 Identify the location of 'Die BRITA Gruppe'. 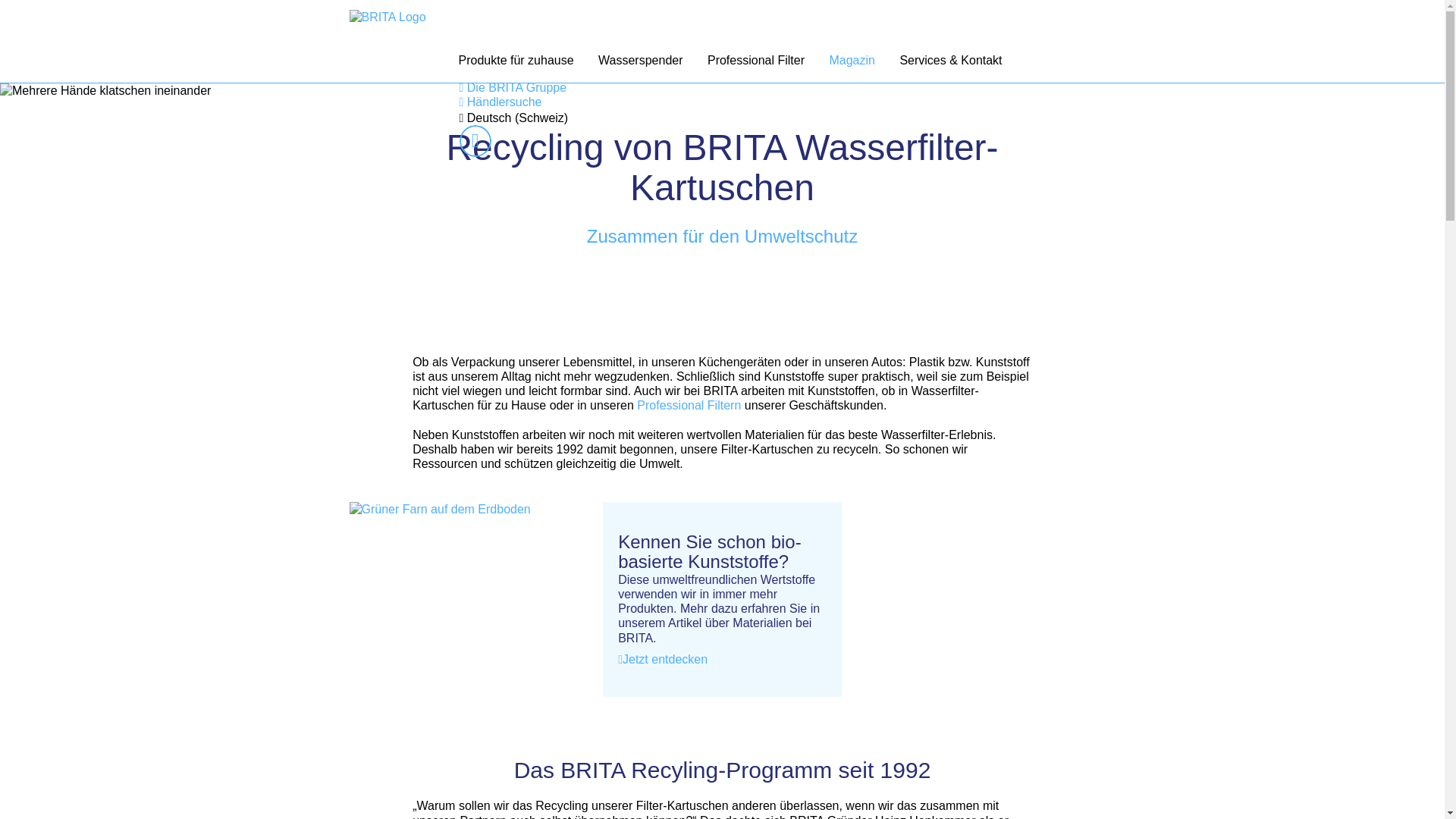
(513, 87).